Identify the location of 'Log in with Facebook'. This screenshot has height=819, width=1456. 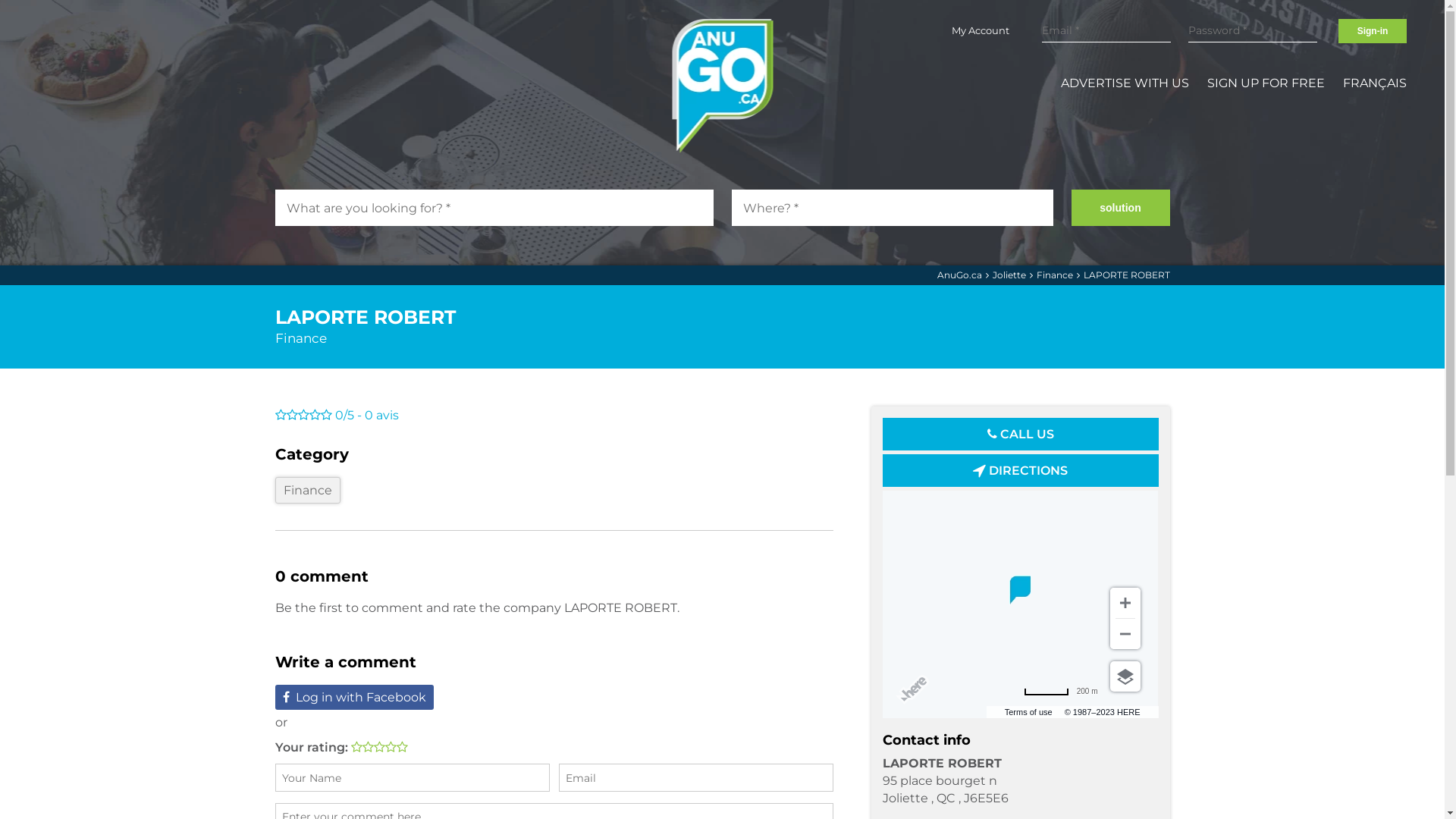
(274, 697).